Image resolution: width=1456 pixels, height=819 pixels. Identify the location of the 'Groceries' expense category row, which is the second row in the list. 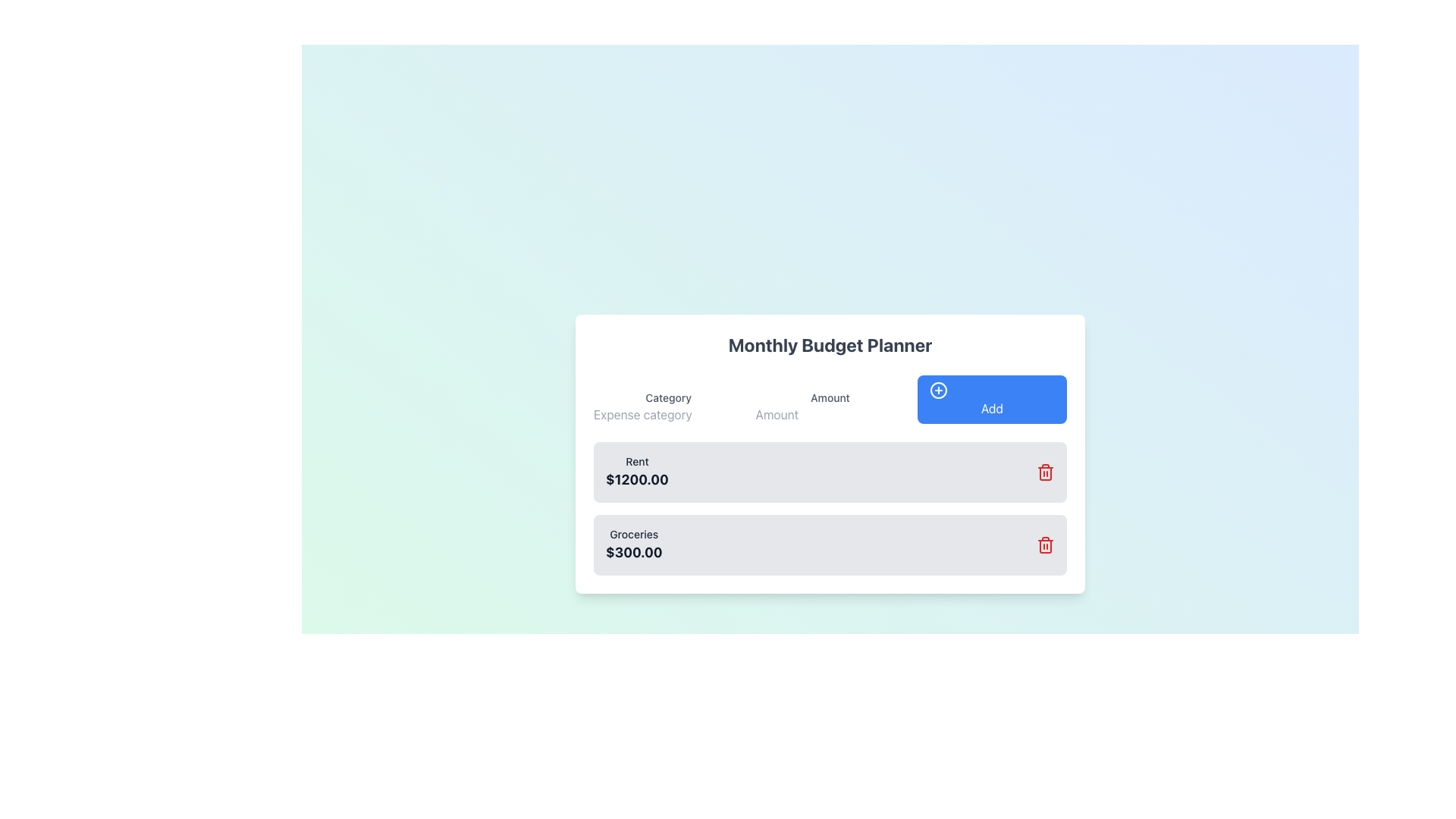
(829, 544).